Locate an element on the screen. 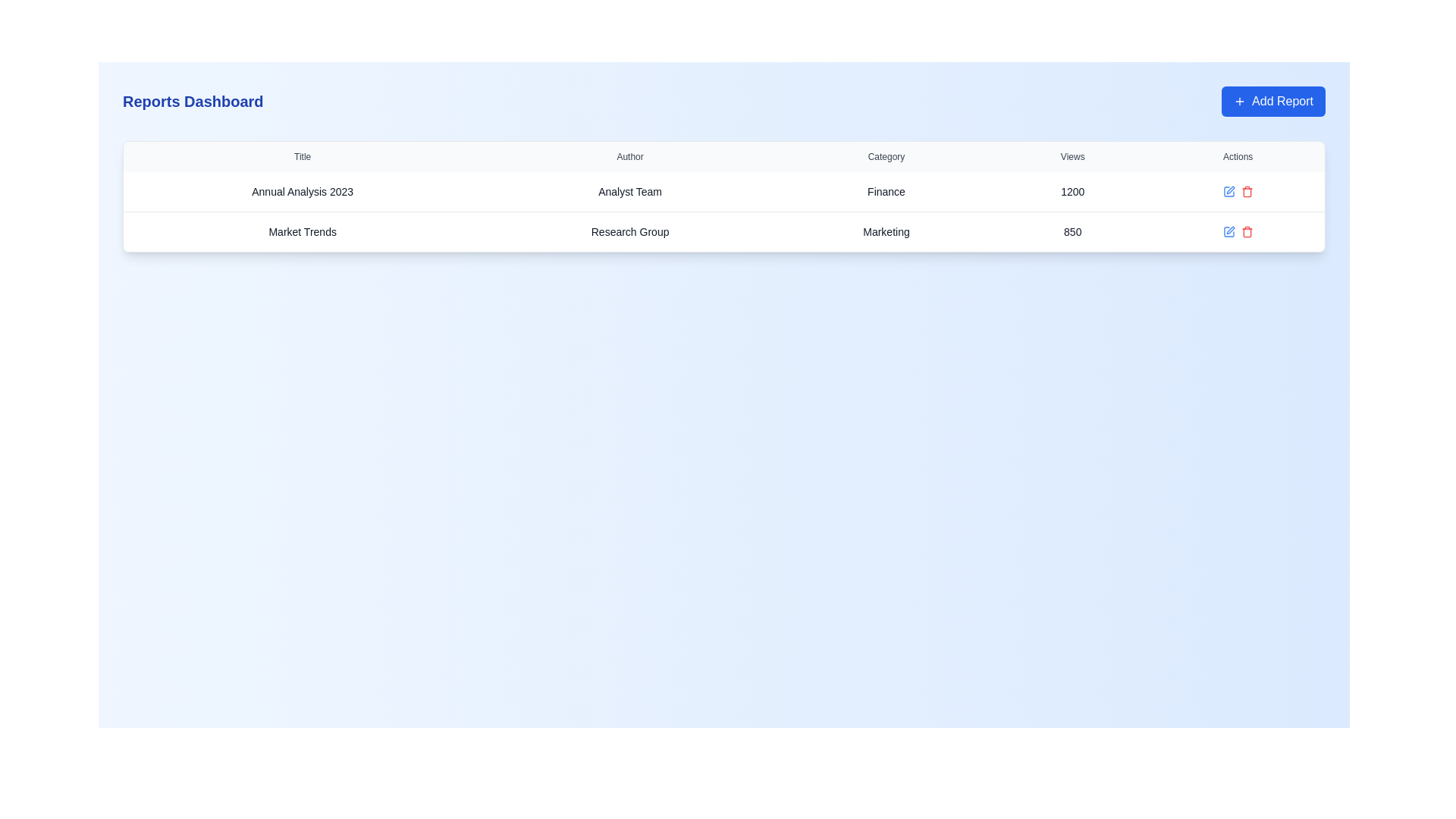 Image resolution: width=1456 pixels, height=819 pixels. the 'Views' text label, which is the fourth header in a table, styled in gray with a small-sized font, located between 'Category' and 'Actions' is located at coordinates (1072, 157).